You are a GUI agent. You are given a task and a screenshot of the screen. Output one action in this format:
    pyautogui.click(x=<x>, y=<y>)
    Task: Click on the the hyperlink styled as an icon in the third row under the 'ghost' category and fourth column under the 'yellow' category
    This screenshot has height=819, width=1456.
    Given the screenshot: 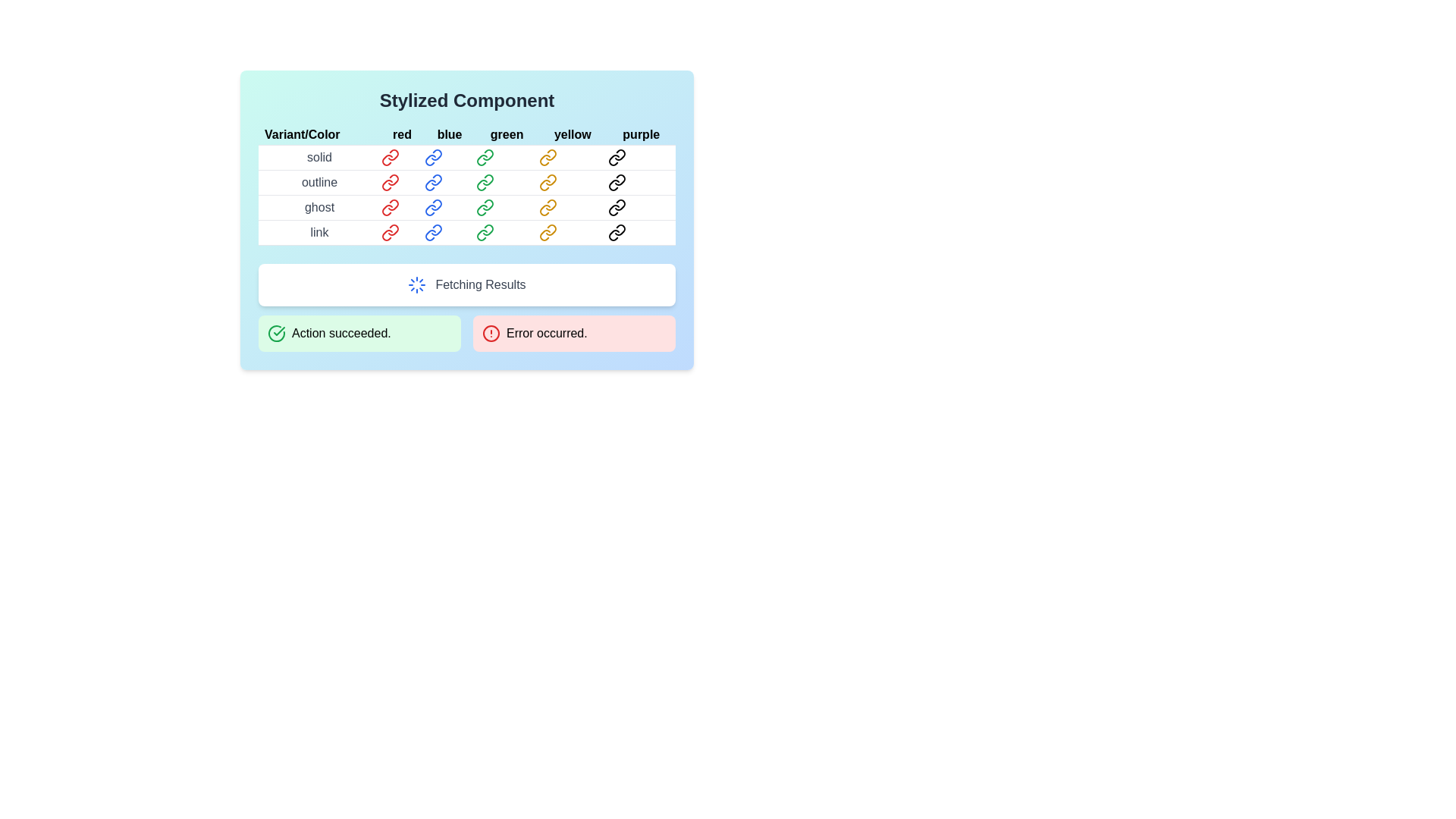 What is the action you would take?
    pyautogui.click(x=548, y=207)
    